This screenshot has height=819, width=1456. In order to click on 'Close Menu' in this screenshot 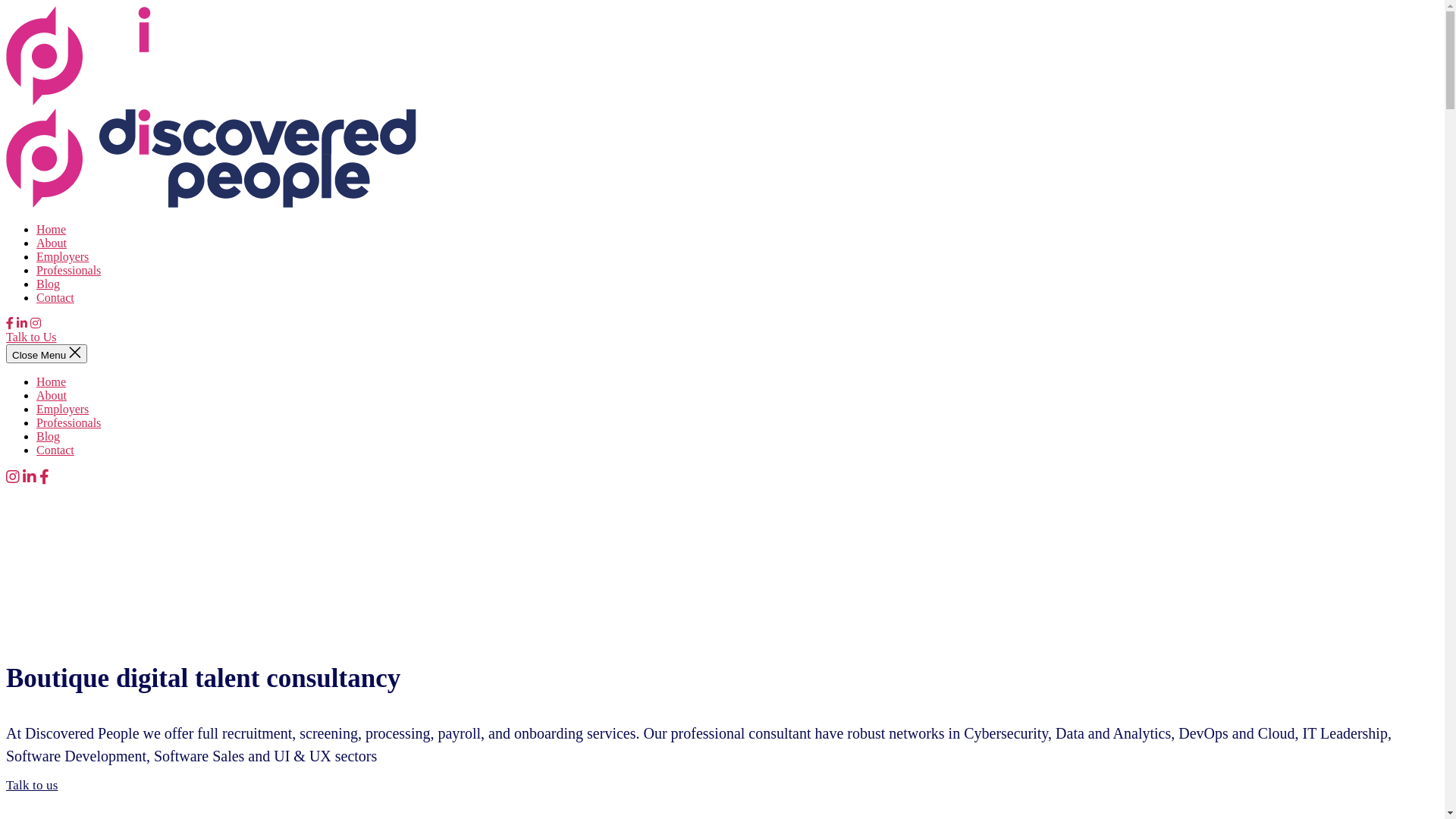, I will do `click(46, 353)`.